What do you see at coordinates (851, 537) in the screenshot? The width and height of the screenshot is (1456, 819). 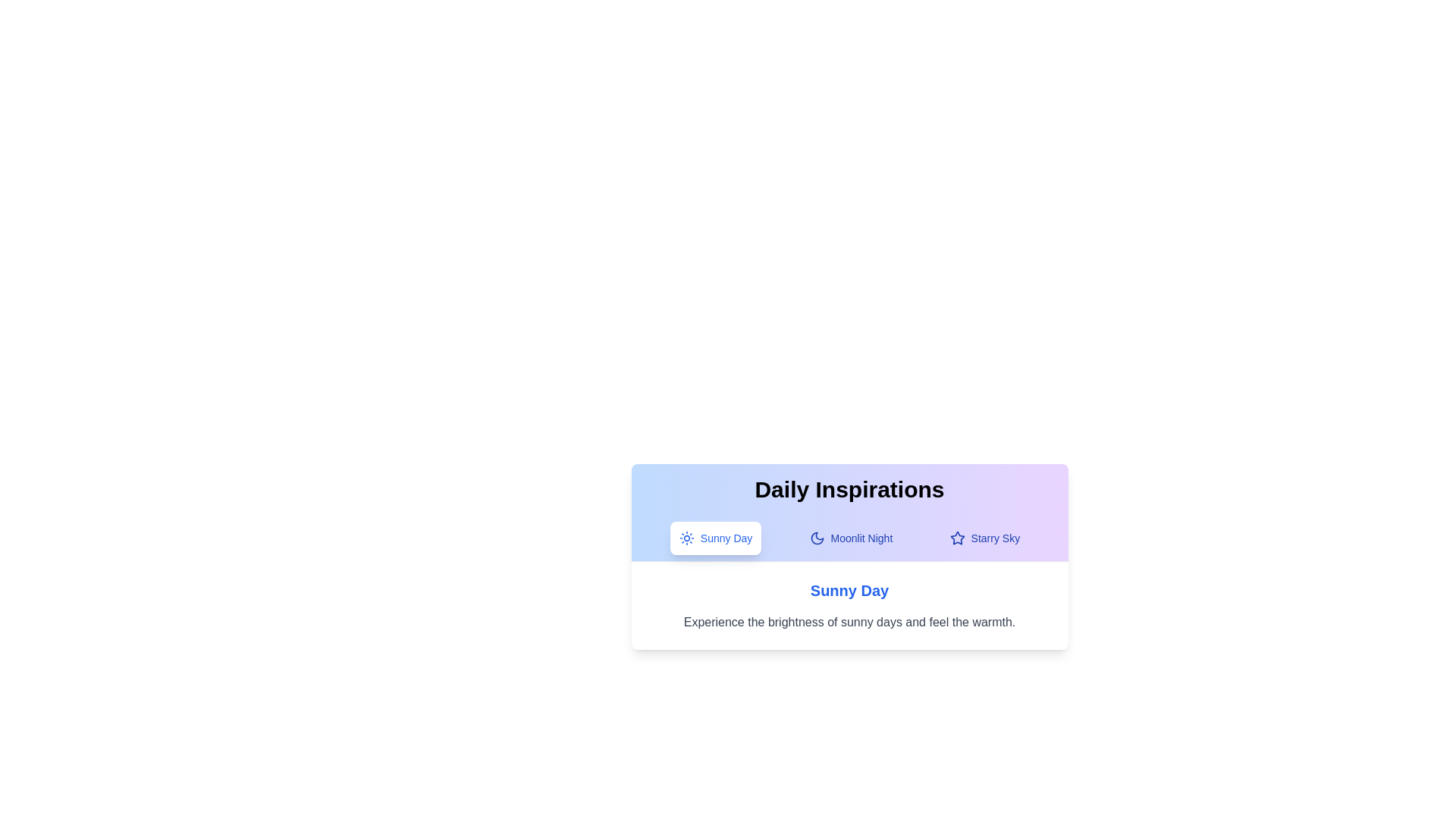 I see `the tab labeled Moonlit Night to display its content` at bounding box center [851, 537].